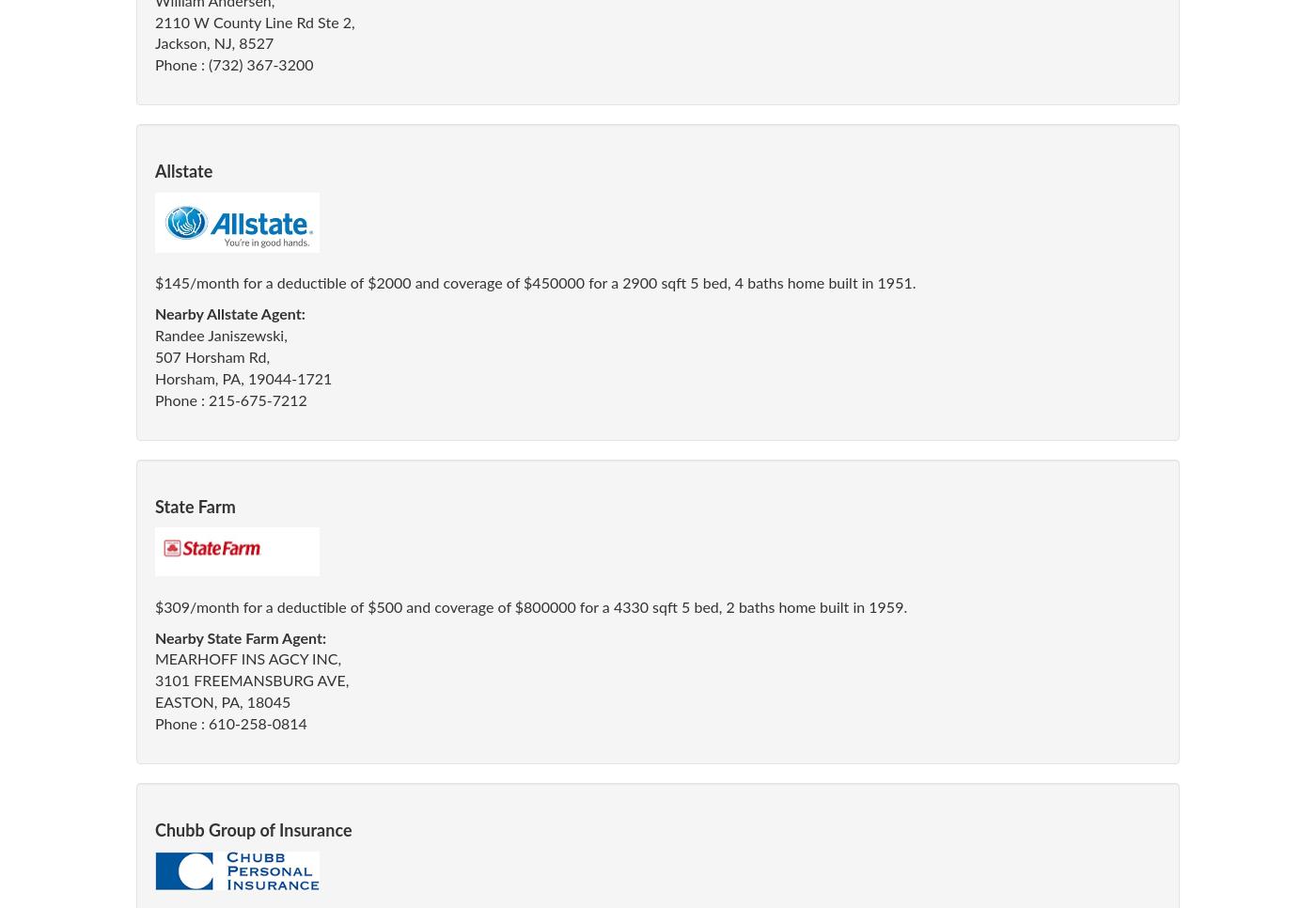 The image size is (1316, 908). I want to click on 'Allstate', so click(183, 173).